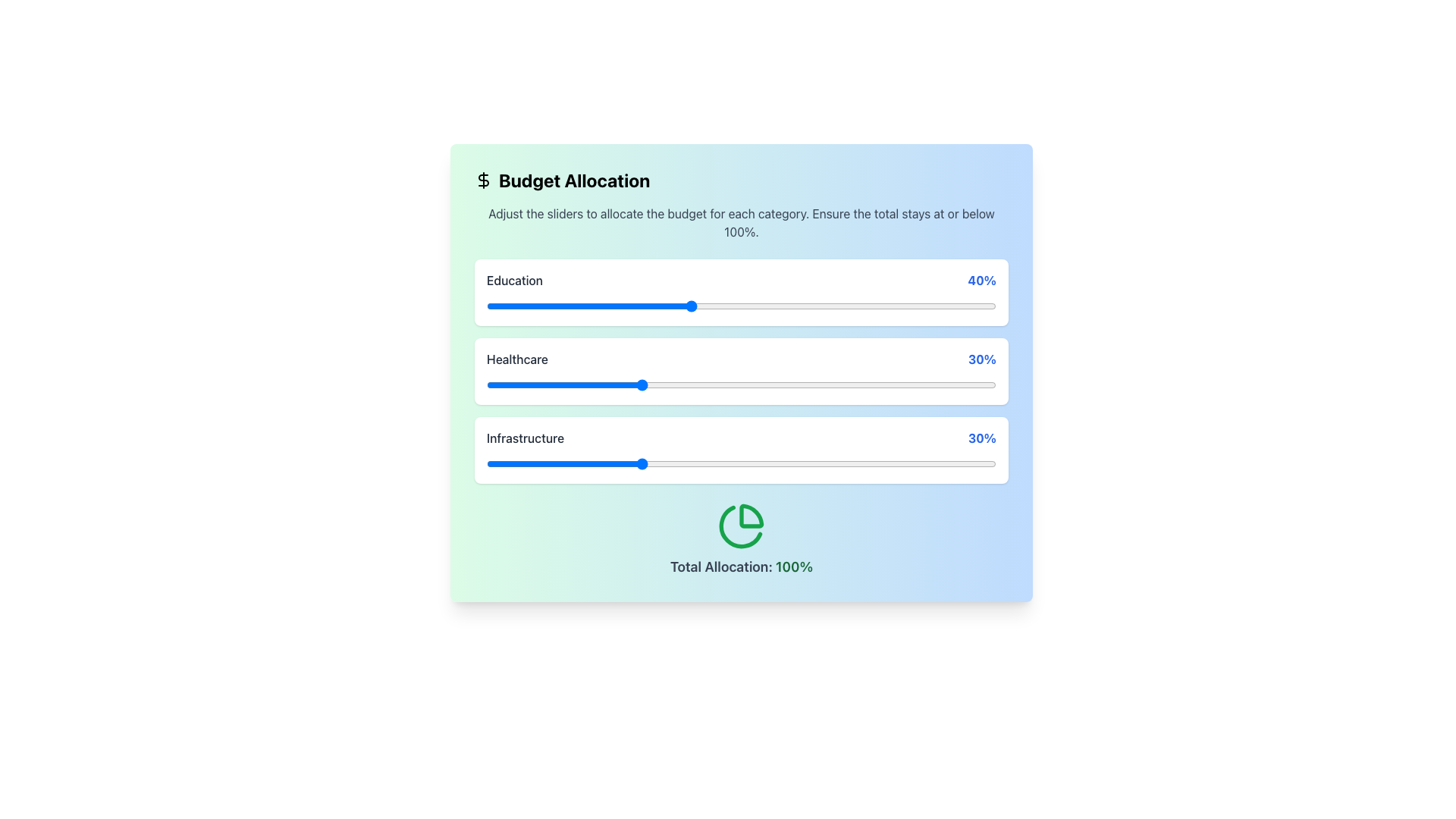 This screenshot has height=819, width=1456. What do you see at coordinates (573, 306) in the screenshot?
I see `the budget allocation for Education` at bounding box center [573, 306].